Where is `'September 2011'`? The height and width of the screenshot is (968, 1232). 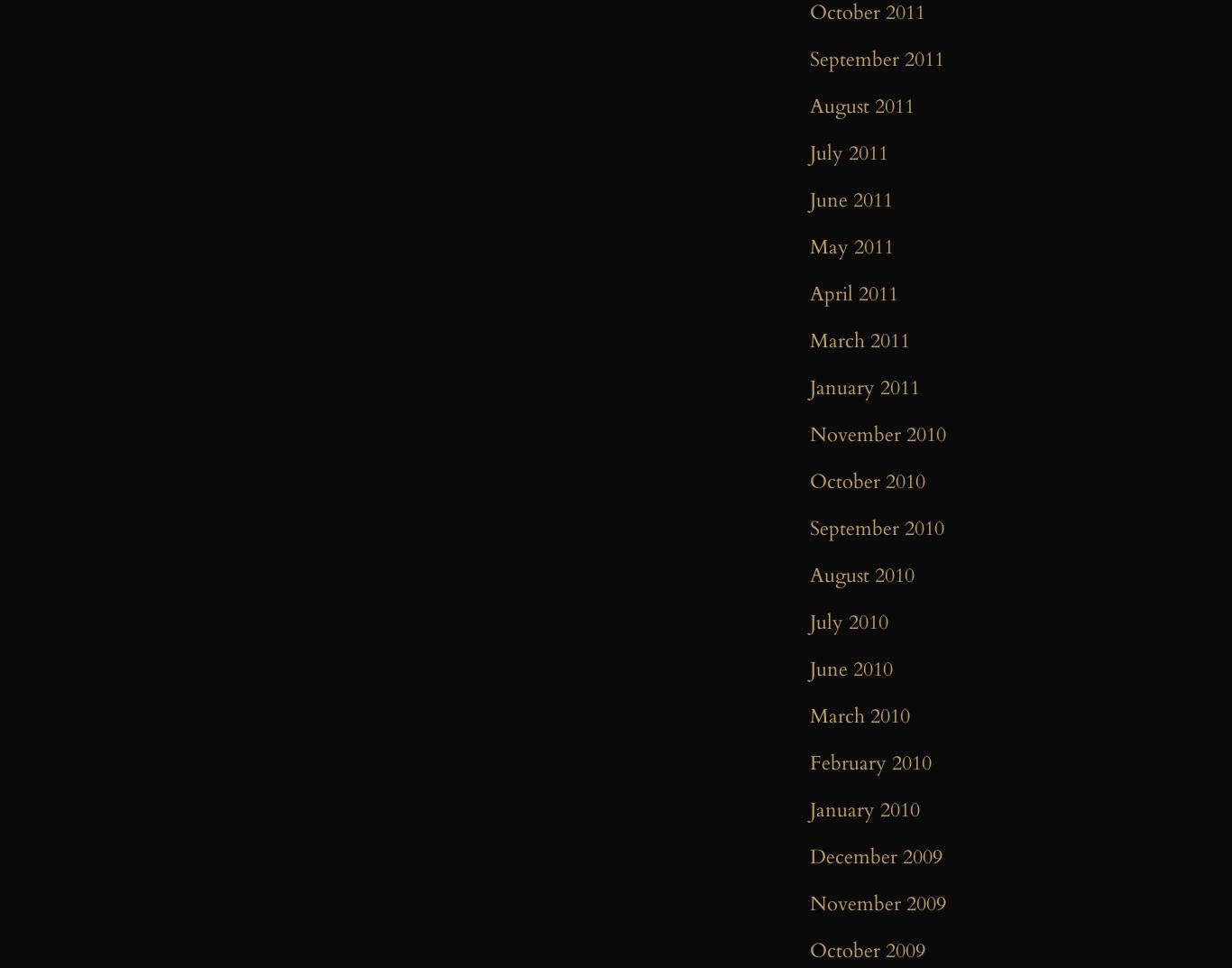
'September 2011' is located at coordinates (877, 59).